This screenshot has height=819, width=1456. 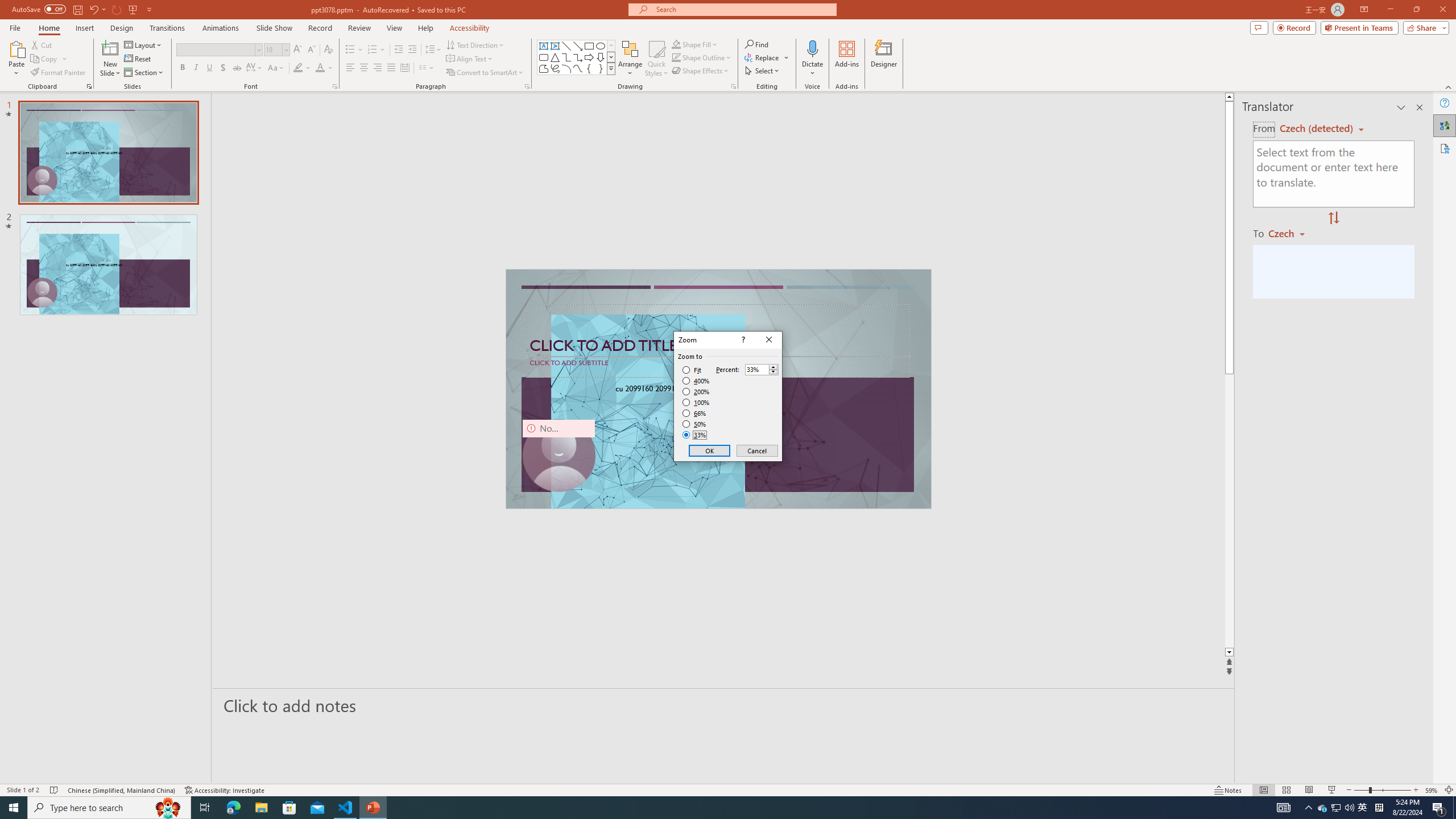 I want to click on '33%', so click(x=695, y=435).